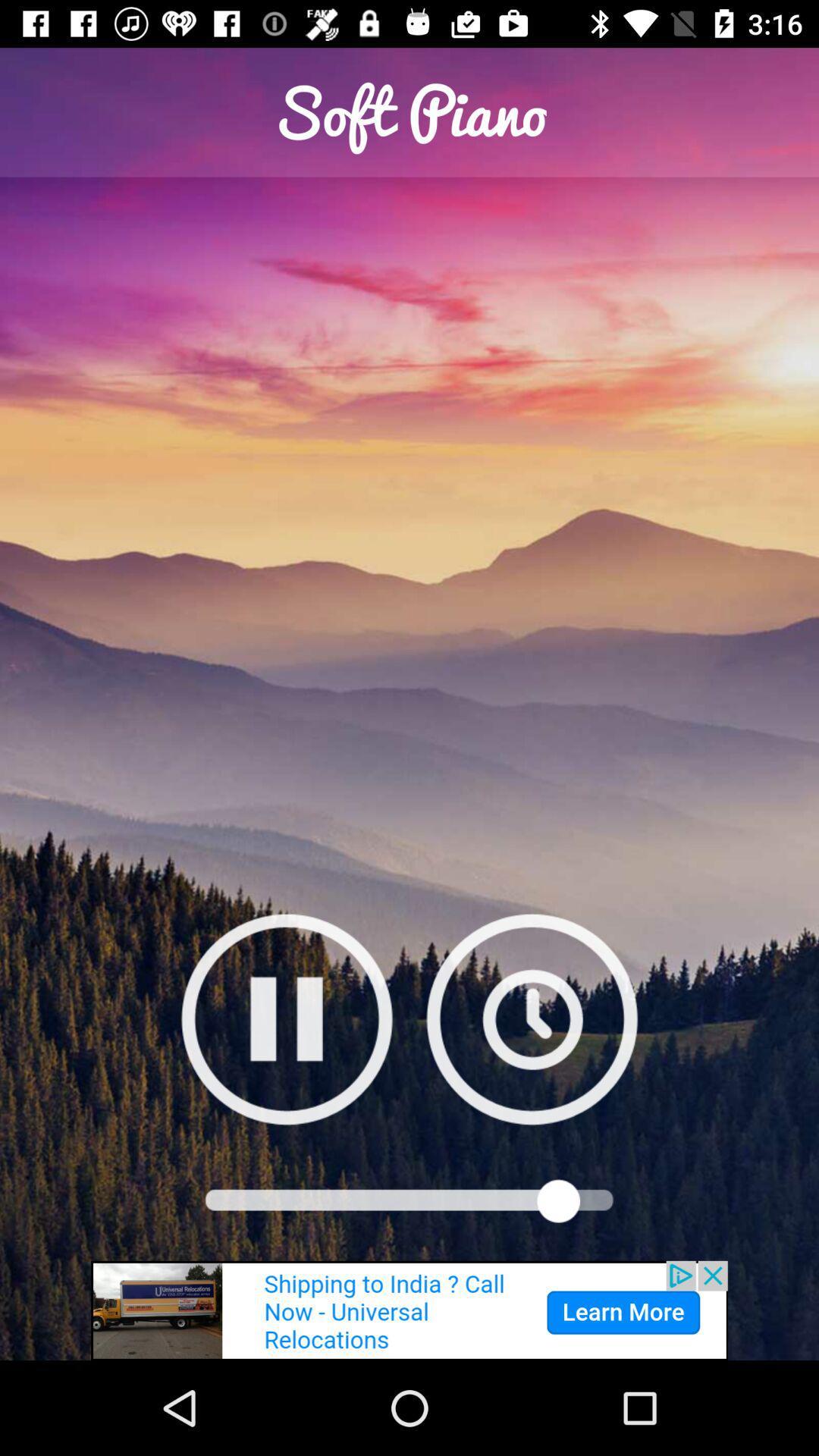 This screenshot has width=819, height=1456. What do you see at coordinates (531, 1018) in the screenshot?
I see `play` at bounding box center [531, 1018].